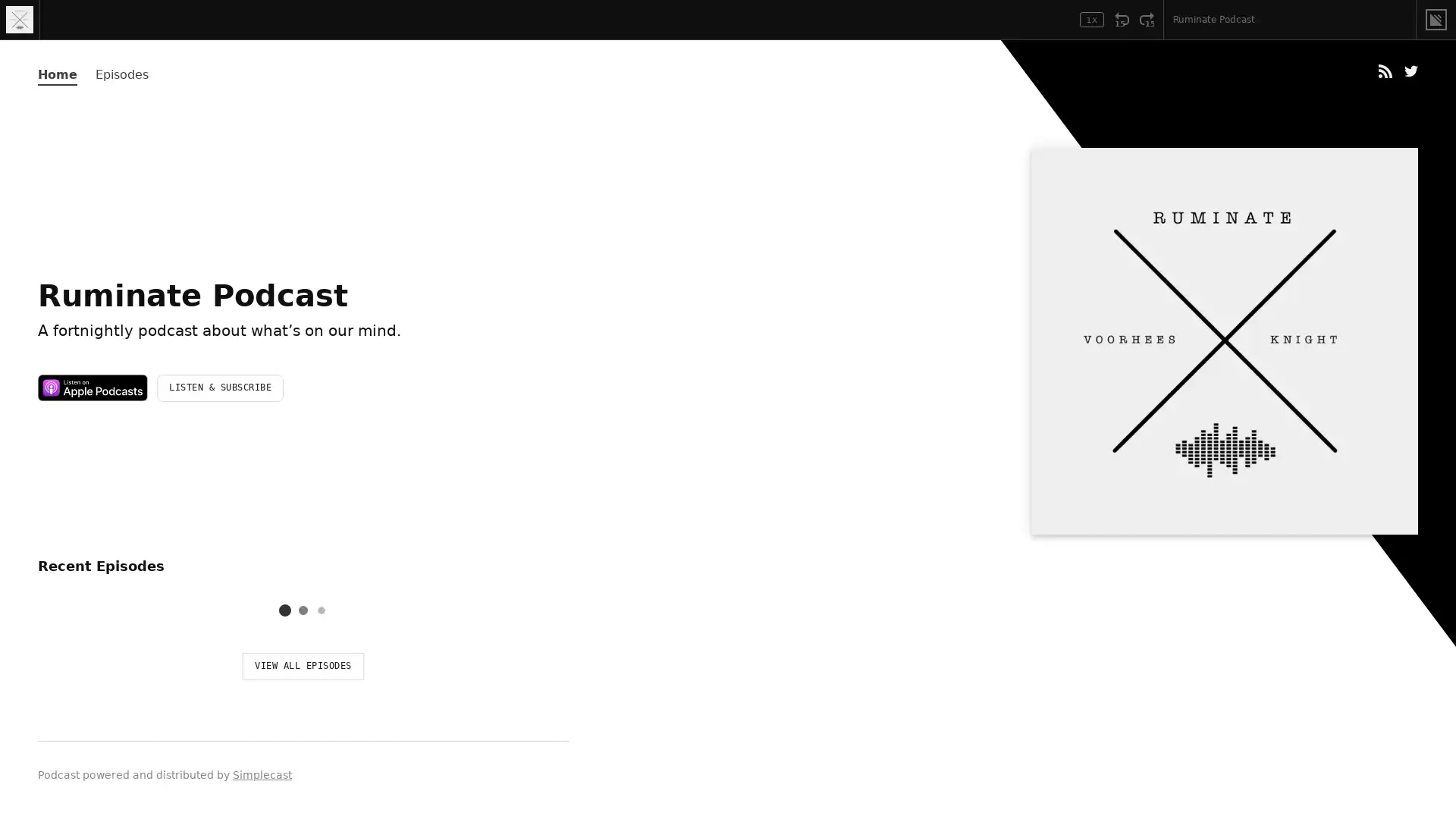 Image resolution: width=1456 pixels, height=819 pixels. What do you see at coordinates (1092, 20) in the screenshot?
I see `Toggle Speed: Current Speed 1x` at bounding box center [1092, 20].